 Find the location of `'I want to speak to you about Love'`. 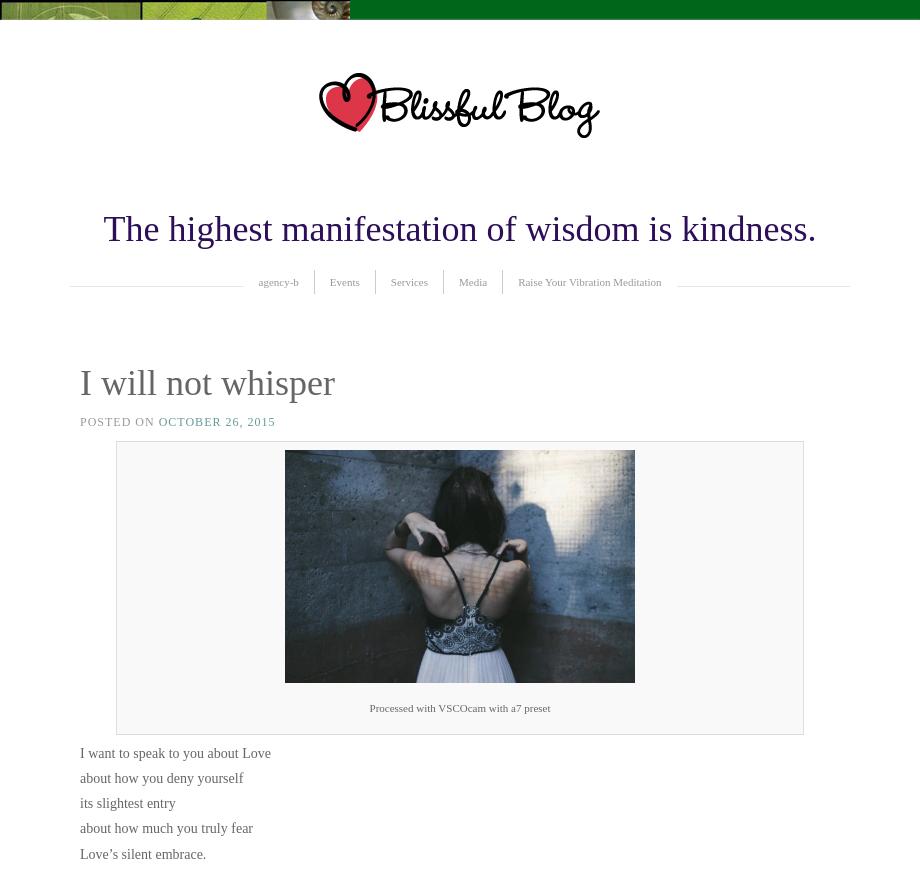

'I want to speak to you about Love' is located at coordinates (173, 752).